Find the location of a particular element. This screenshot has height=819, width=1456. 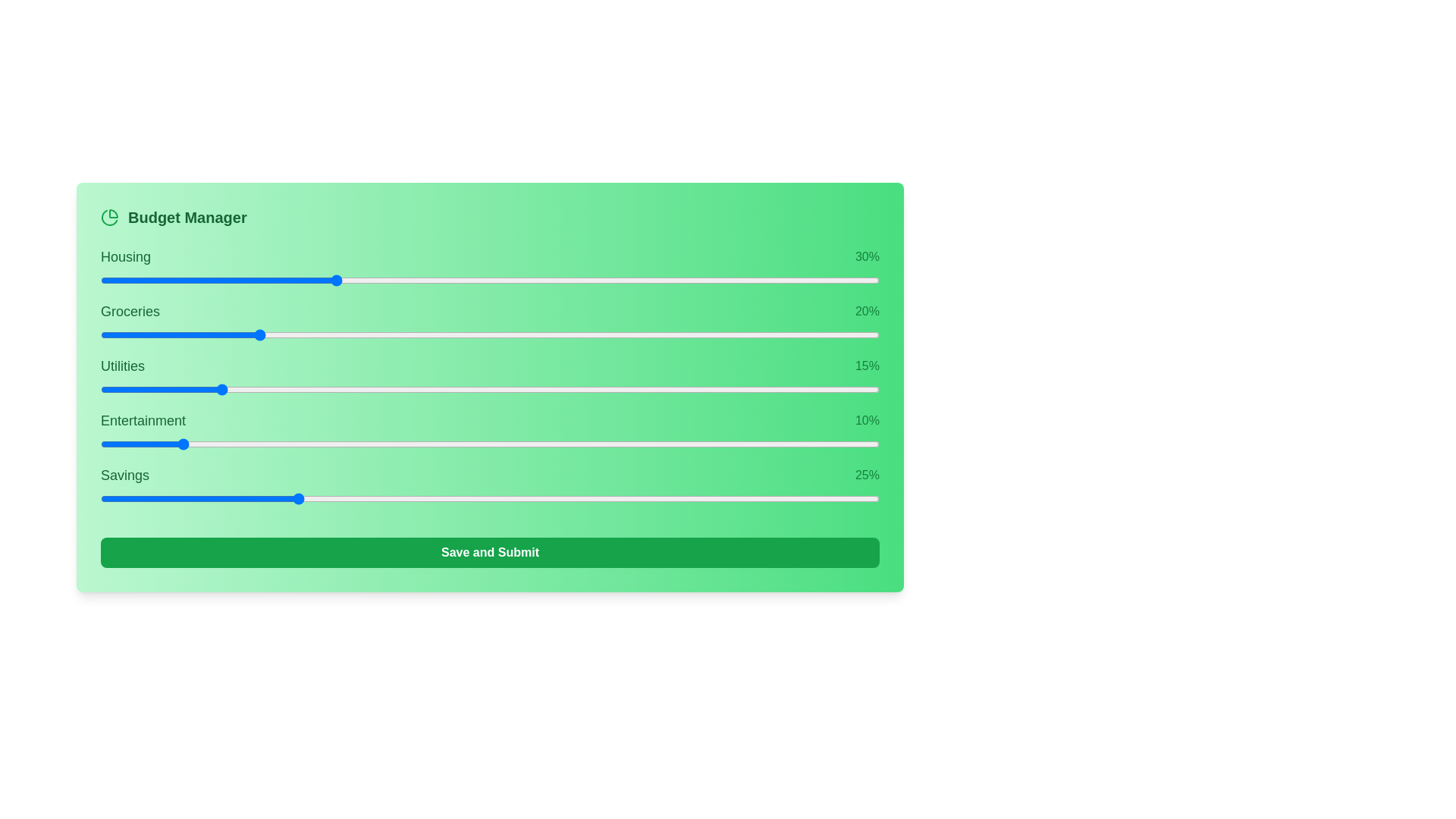

the slider for 0 to 77% allocation is located at coordinates (789, 281).